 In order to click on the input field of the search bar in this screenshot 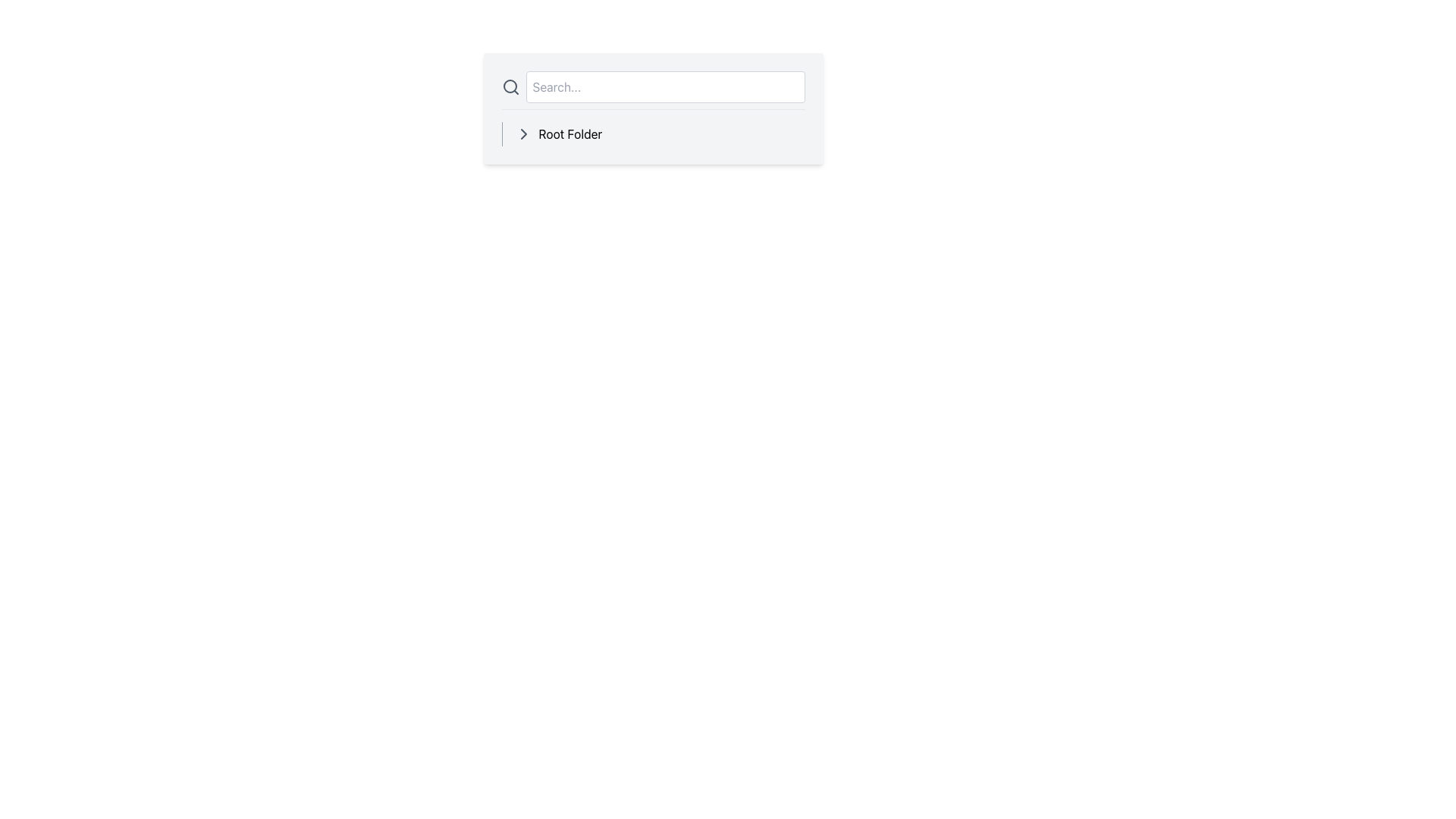, I will do `click(653, 90)`.